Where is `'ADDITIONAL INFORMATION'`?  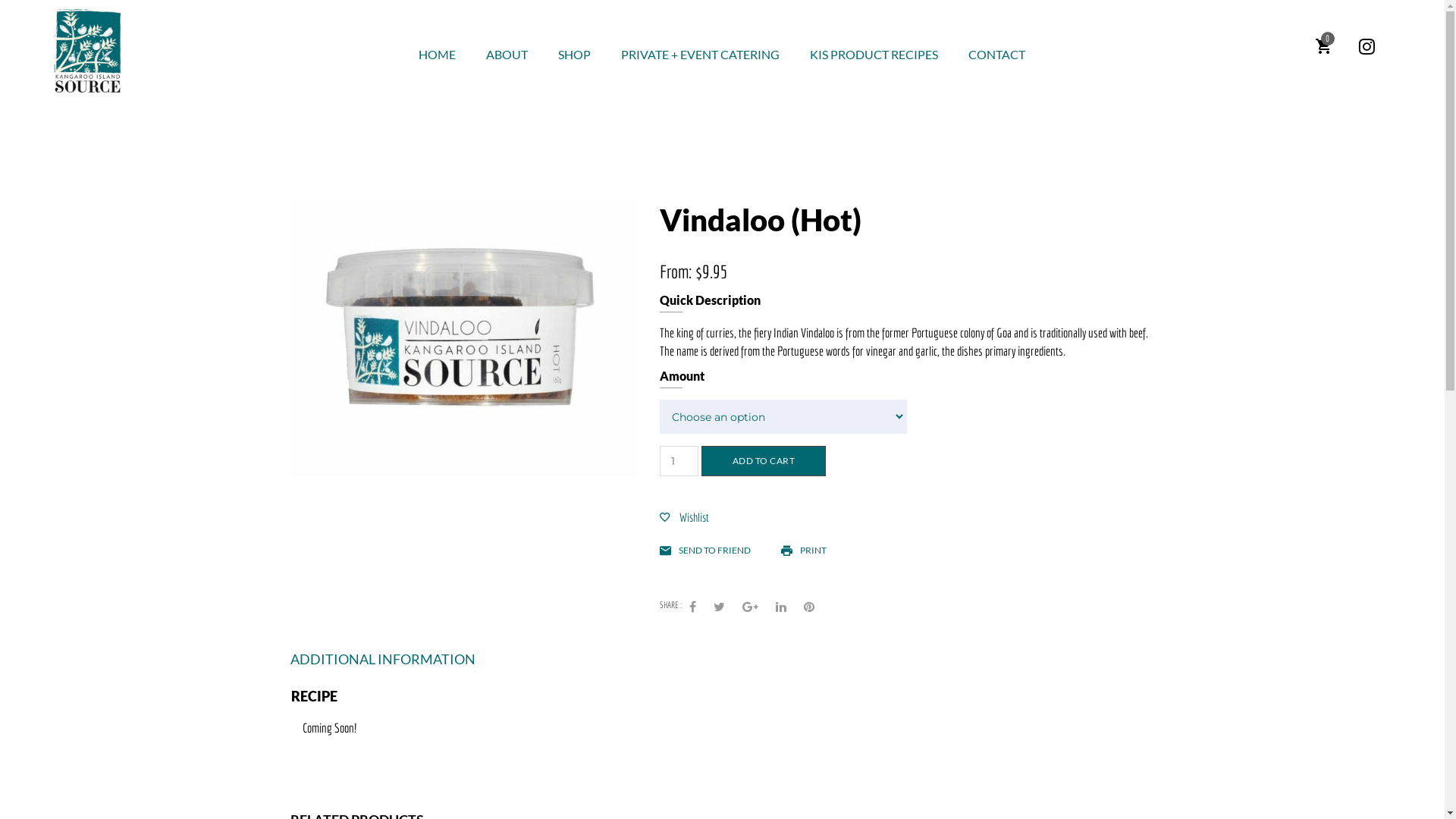 'ADDITIONAL INFORMATION' is located at coordinates (382, 659).